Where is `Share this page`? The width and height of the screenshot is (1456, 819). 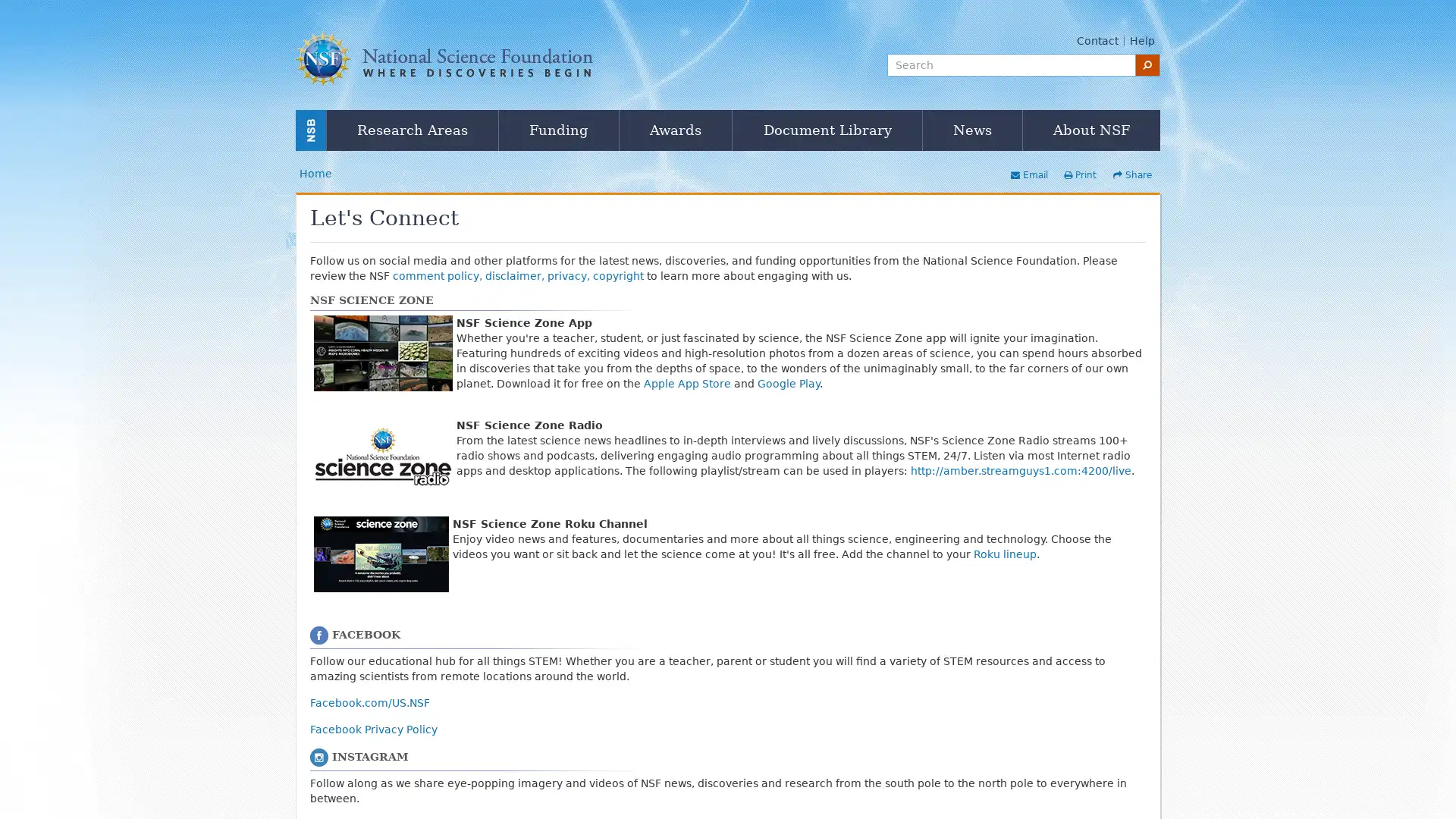 Share this page is located at coordinates (1132, 174).